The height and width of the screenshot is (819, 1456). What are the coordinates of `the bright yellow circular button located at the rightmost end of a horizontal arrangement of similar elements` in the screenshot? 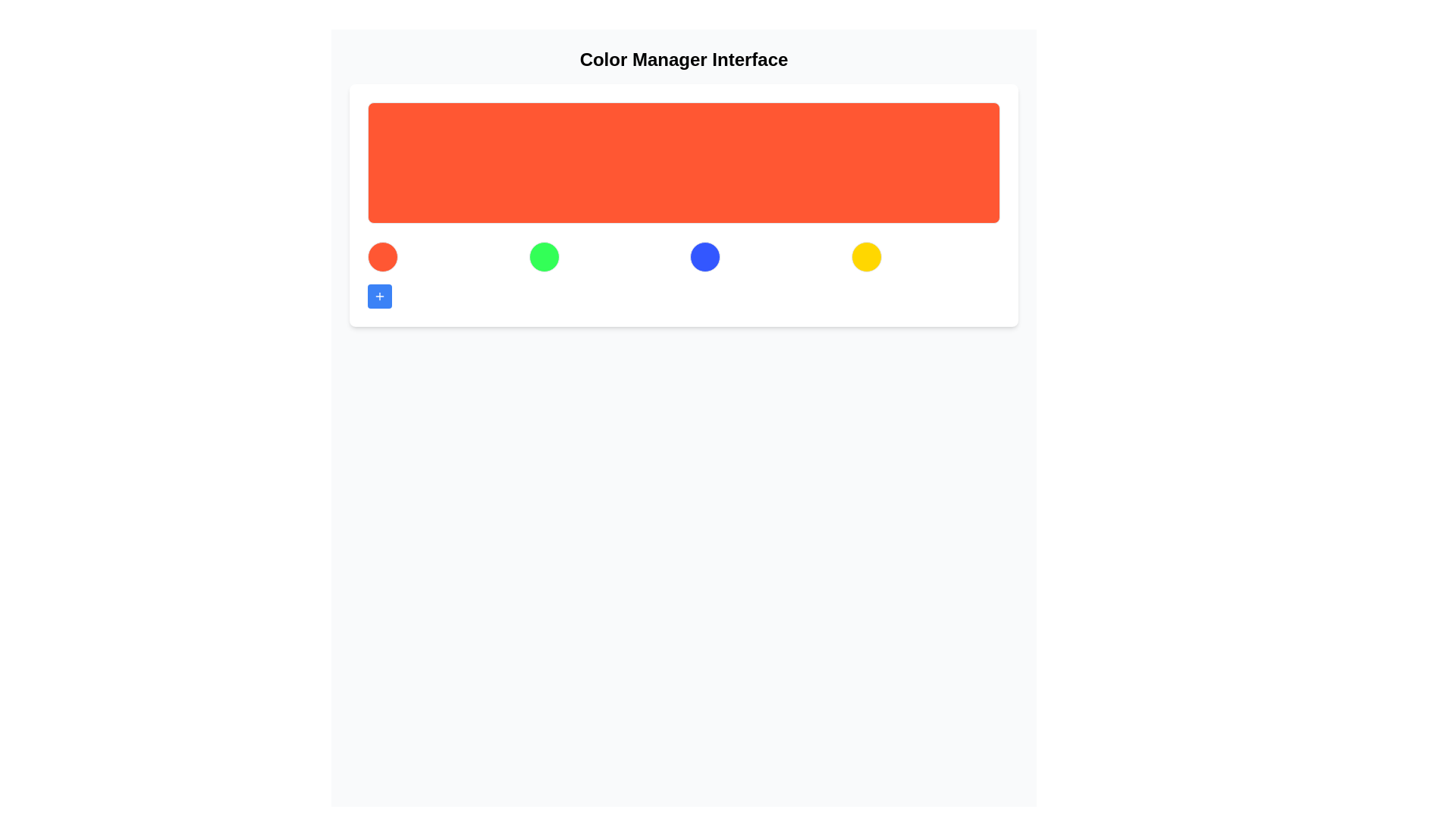 It's located at (866, 256).